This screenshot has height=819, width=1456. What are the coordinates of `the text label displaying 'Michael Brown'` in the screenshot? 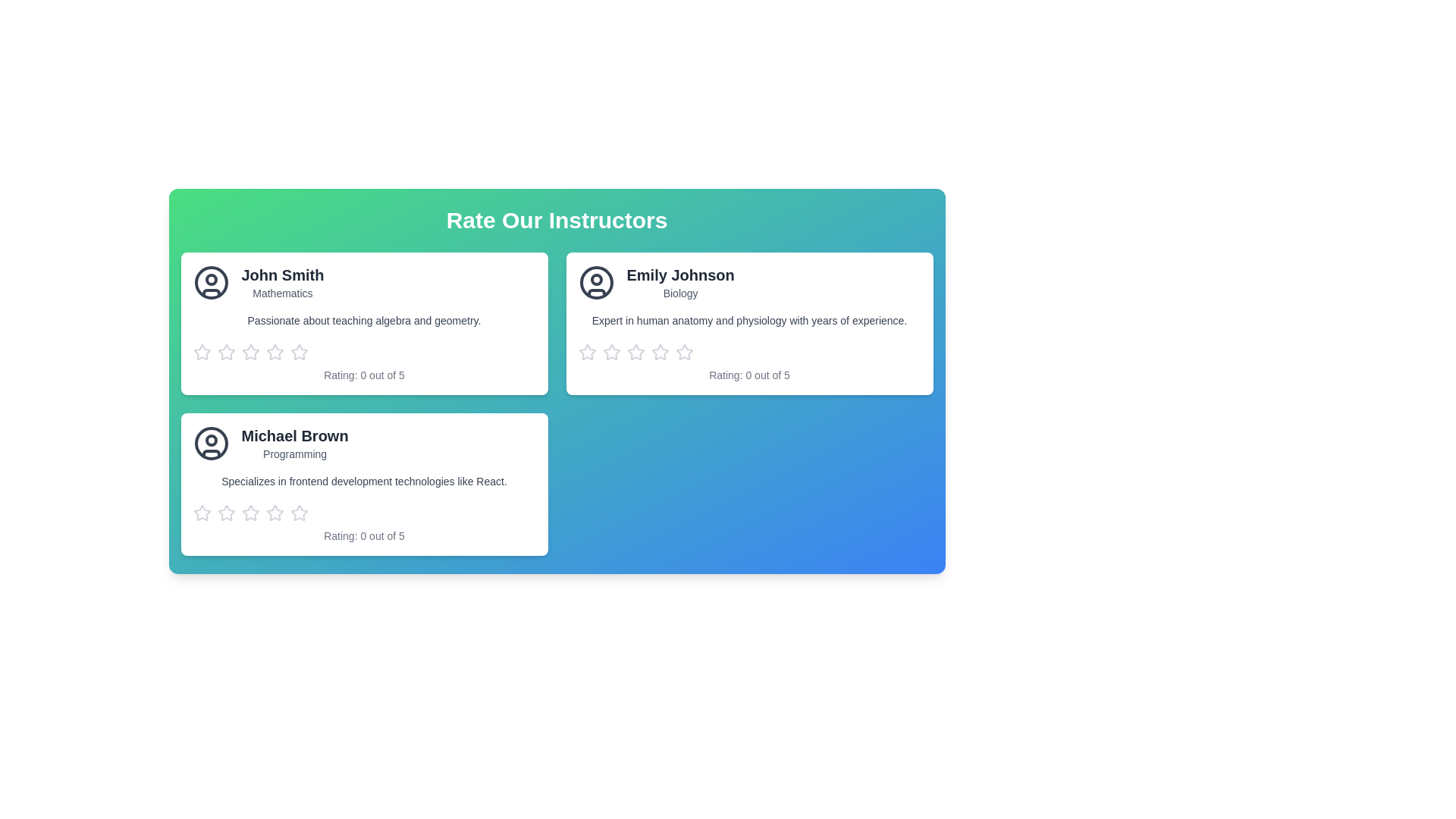 It's located at (294, 435).